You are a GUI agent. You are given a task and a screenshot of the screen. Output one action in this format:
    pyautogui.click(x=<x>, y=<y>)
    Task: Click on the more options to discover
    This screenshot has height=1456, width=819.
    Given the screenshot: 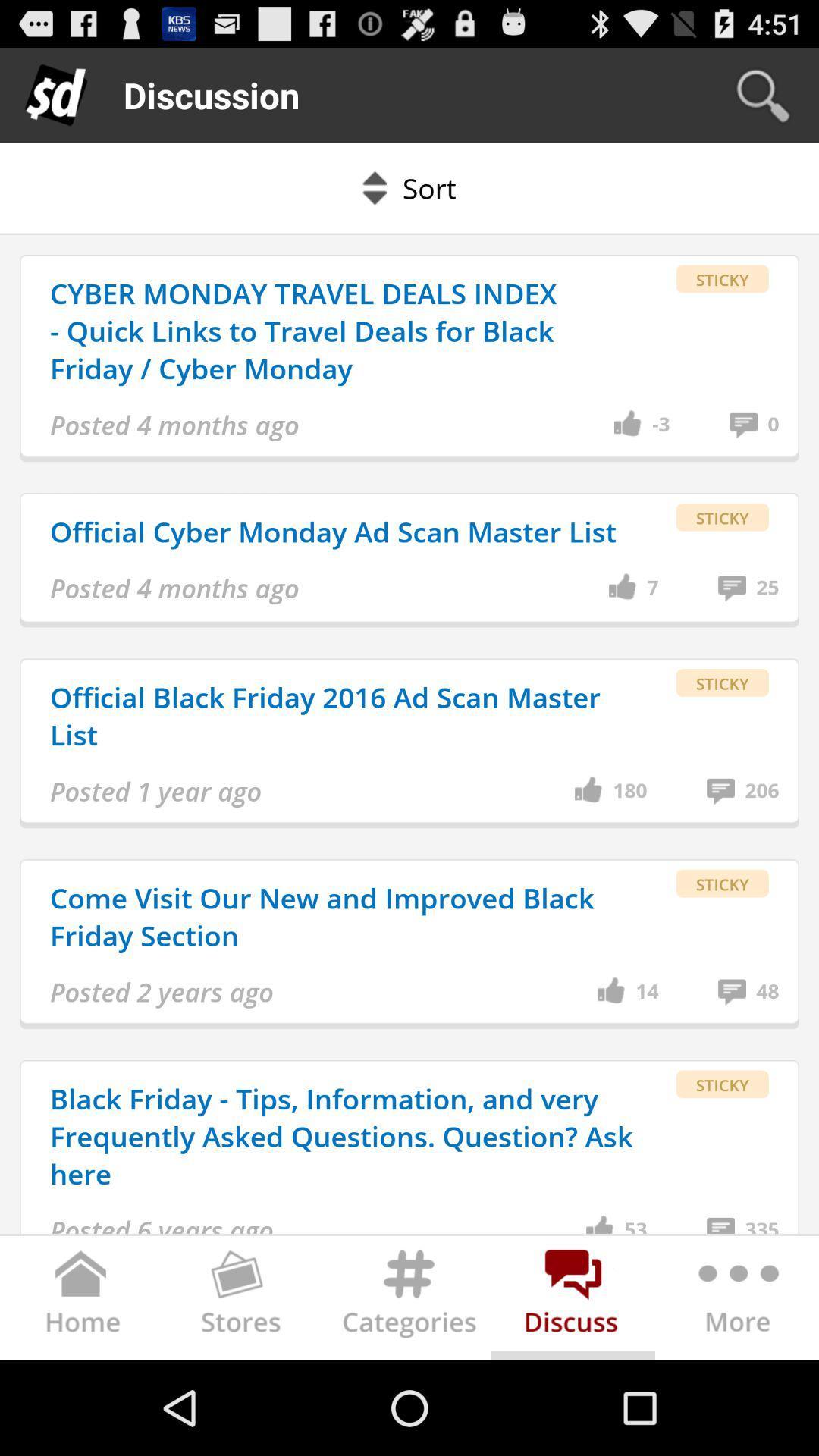 What is the action you would take?
    pyautogui.click(x=736, y=1300)
    